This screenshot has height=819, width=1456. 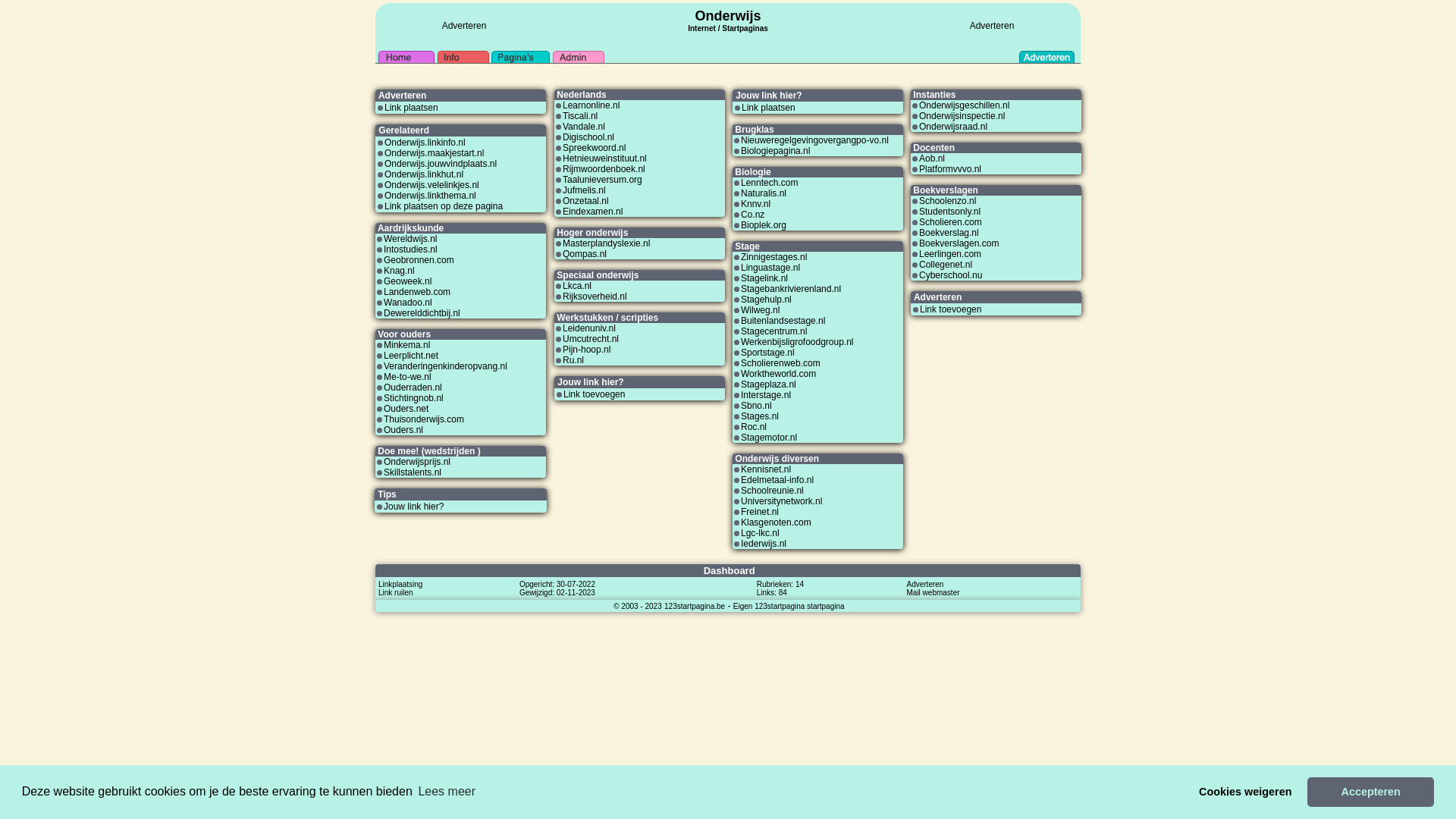 I want to click on 'Stagebankrivierenland.nl', so click(x=789, y=289).